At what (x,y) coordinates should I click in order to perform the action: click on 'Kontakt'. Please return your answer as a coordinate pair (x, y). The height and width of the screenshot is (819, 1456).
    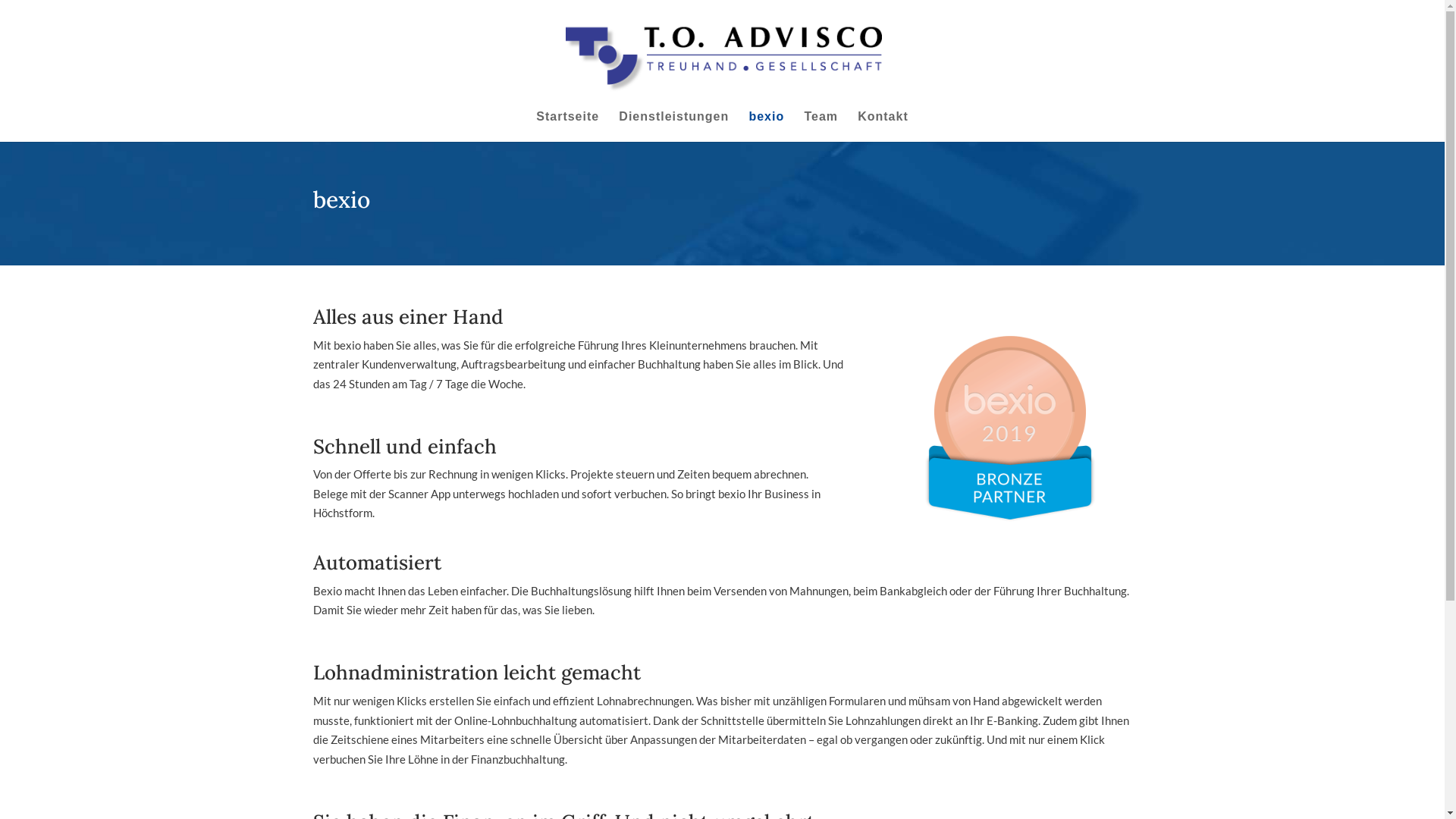
    Looking at the image, I should click on (883, 125).